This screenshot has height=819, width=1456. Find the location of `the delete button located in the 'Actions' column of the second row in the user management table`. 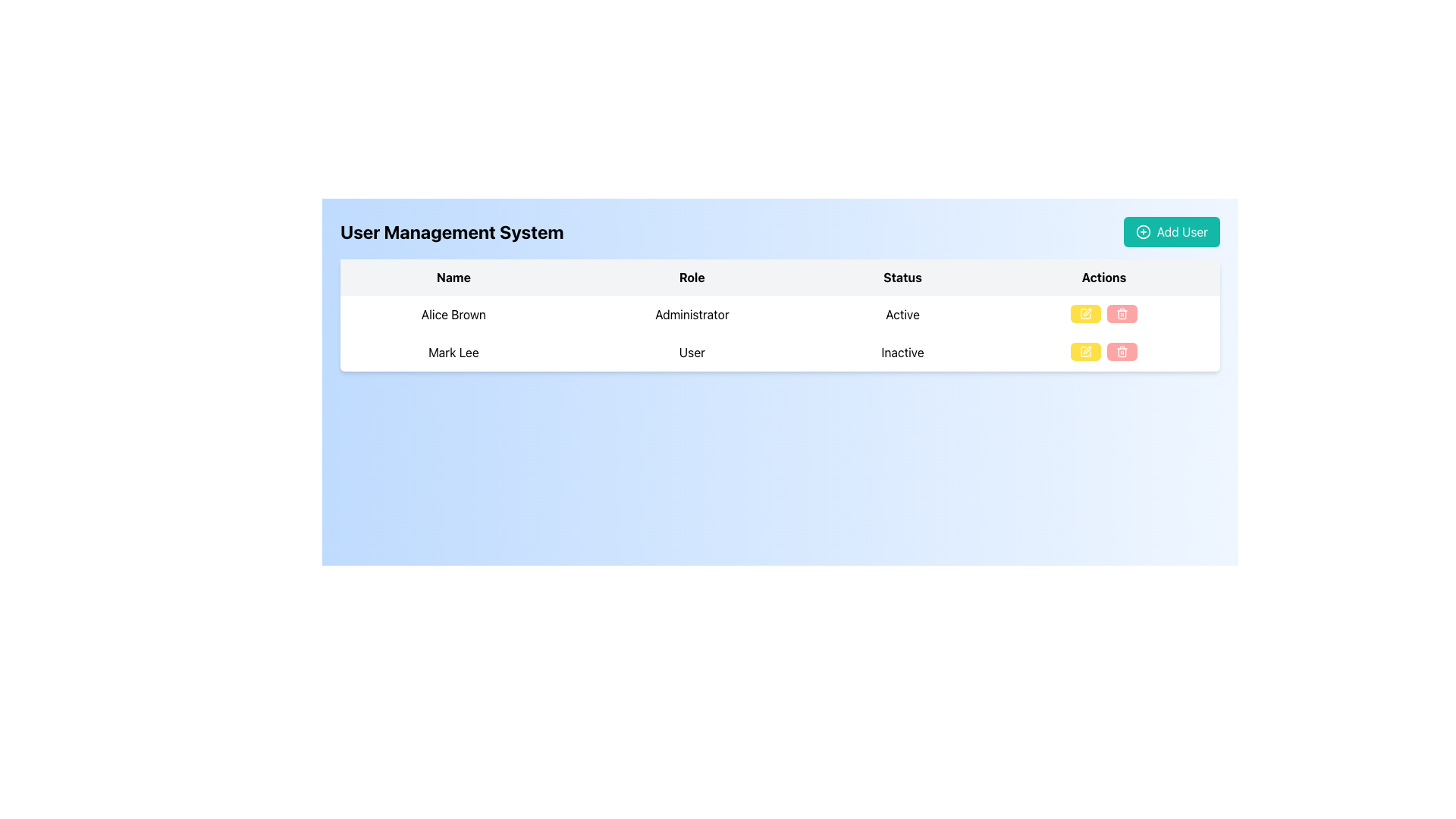

the delete button located in the 'Actions' column of the second row in the user management table is located at coordinates (1122, 351).